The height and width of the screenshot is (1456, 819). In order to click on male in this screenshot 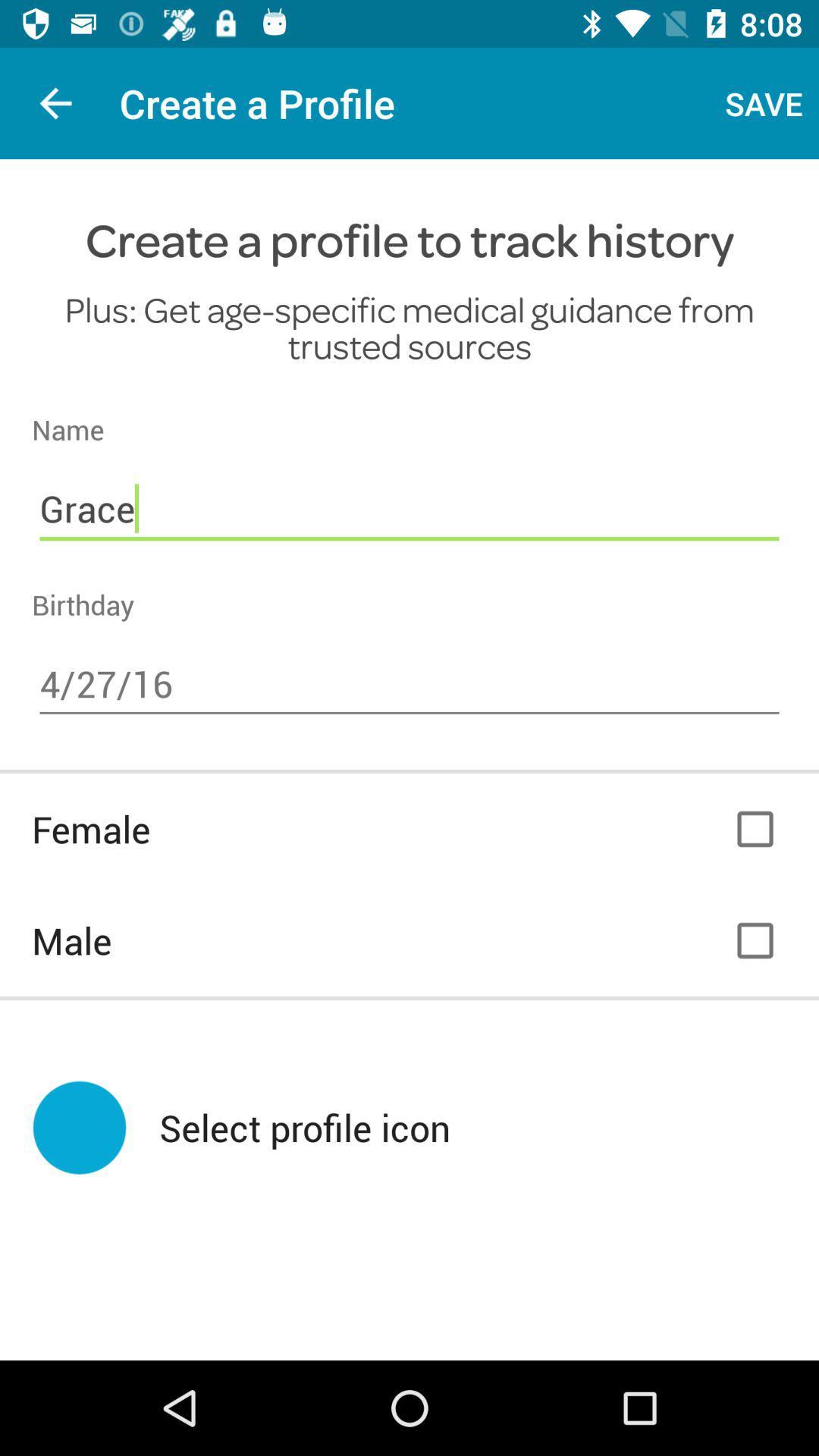, I will do `click(755, 940)`.